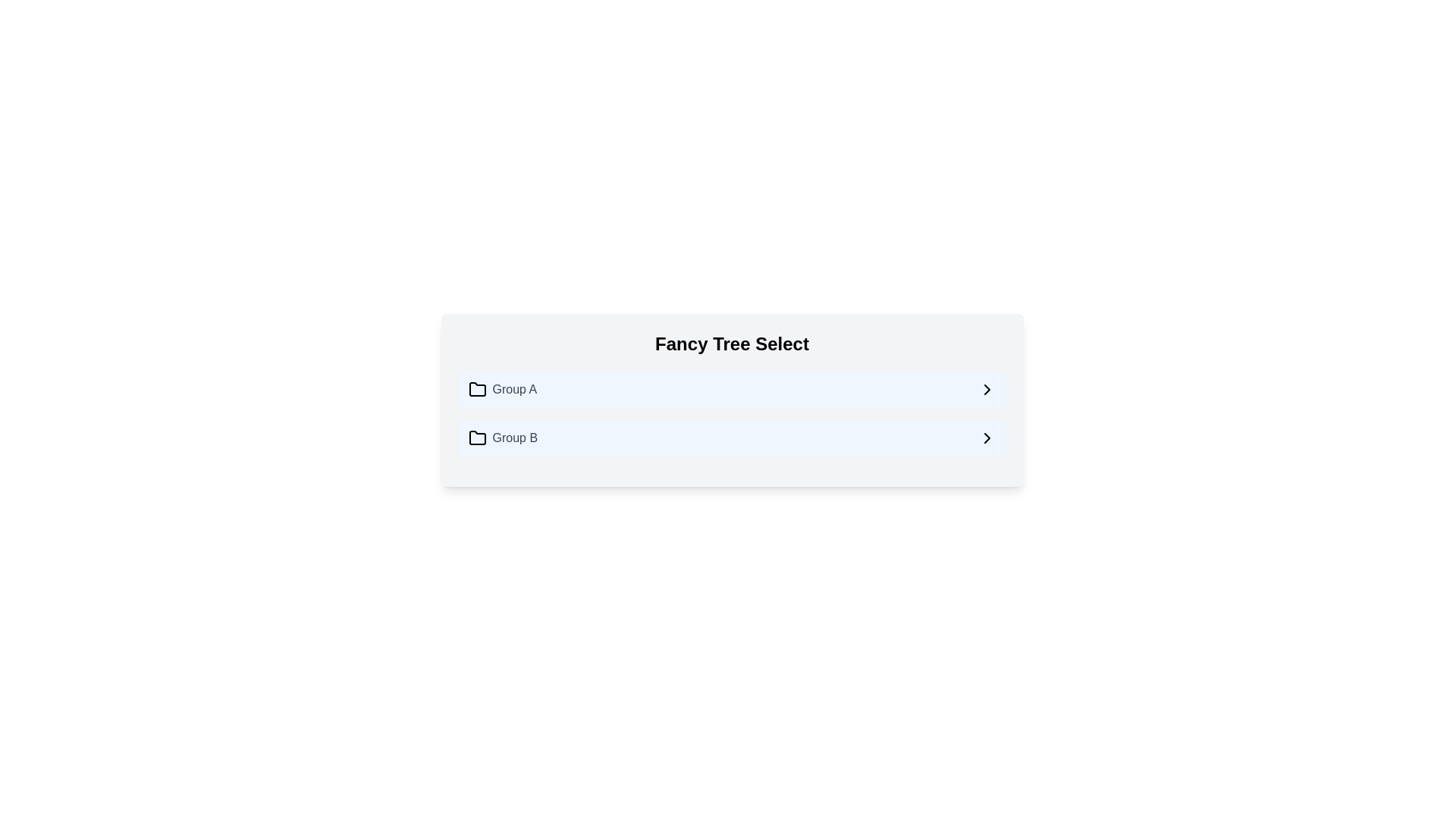 The height and width of the screenshot is (819, 1456). What do you see at coordinates (987, 388) in the screenshot?
I see `the right-facing chevron arrow icon located at the far right of the 'Group A' list item` at bounding box center [987, 388].